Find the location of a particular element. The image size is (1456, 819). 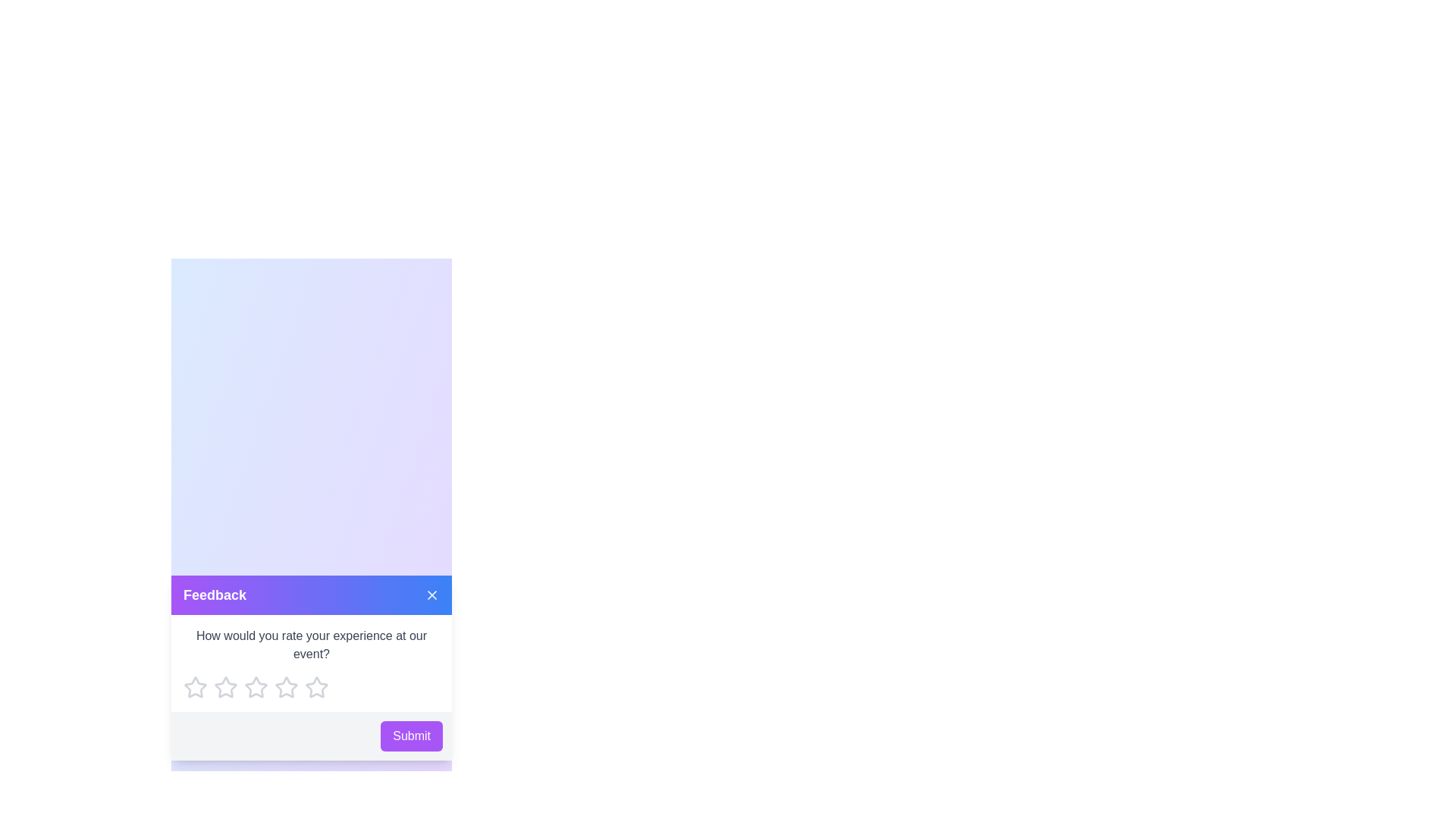

the third star in the horizontal row of five star rating icons is located at coordinates (224, 687).